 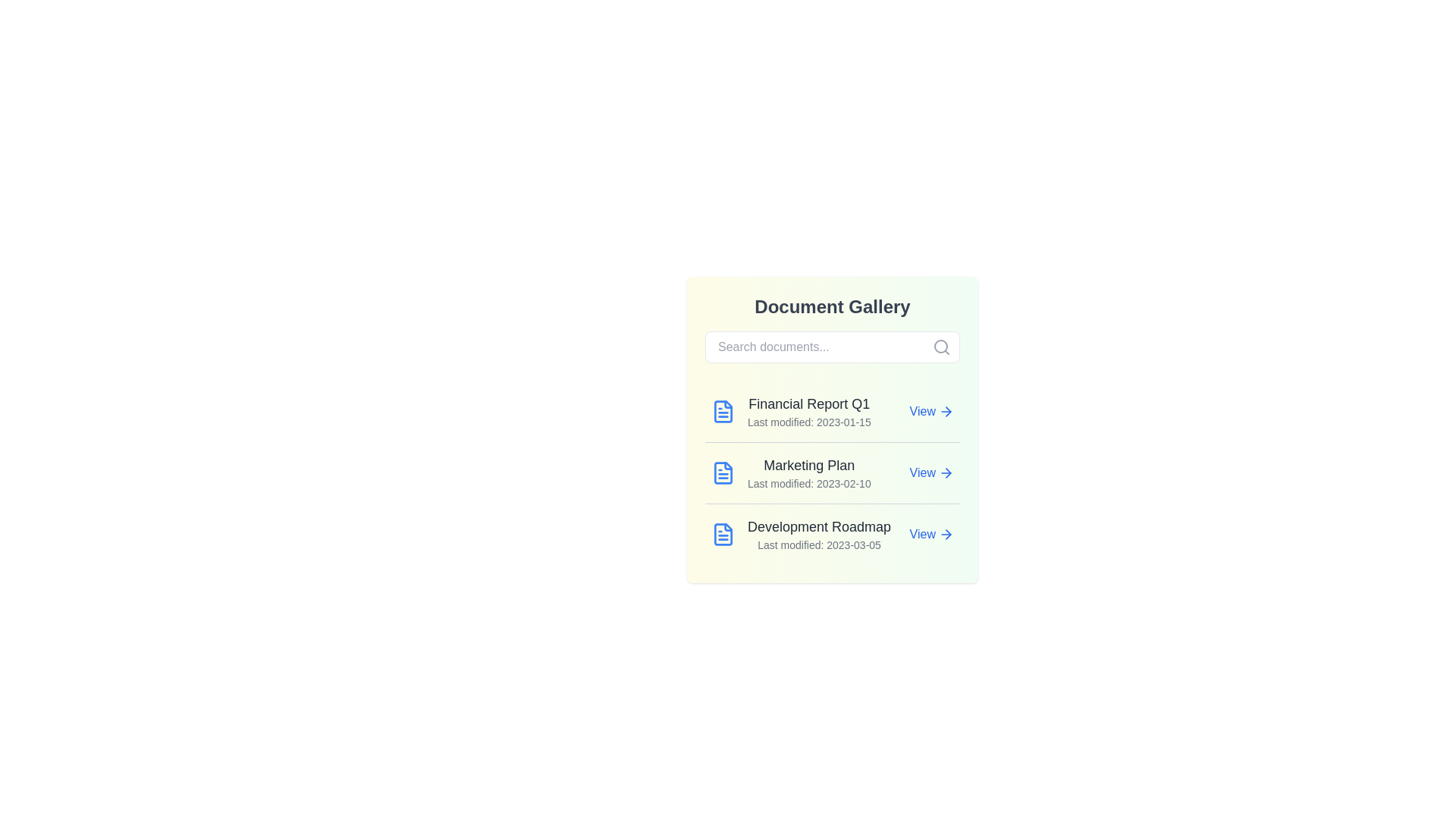 I want to click on the 'View' button of the document titled Development Roadmap, so click(x=930, y=534).